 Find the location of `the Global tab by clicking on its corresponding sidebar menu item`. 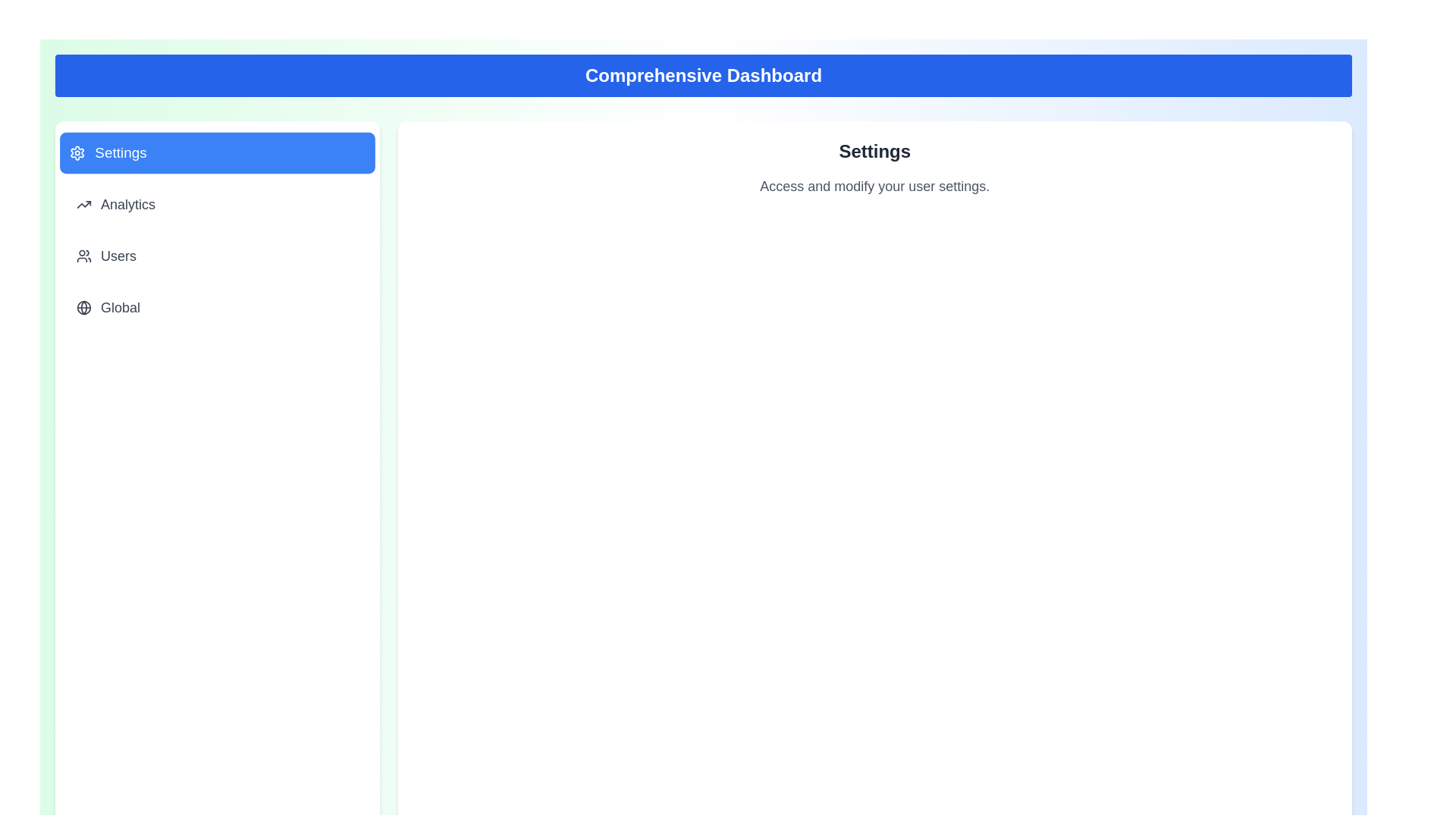

the Global tab by clicking on its corresponding sidebar menu item is located at coordinates (216, 307).